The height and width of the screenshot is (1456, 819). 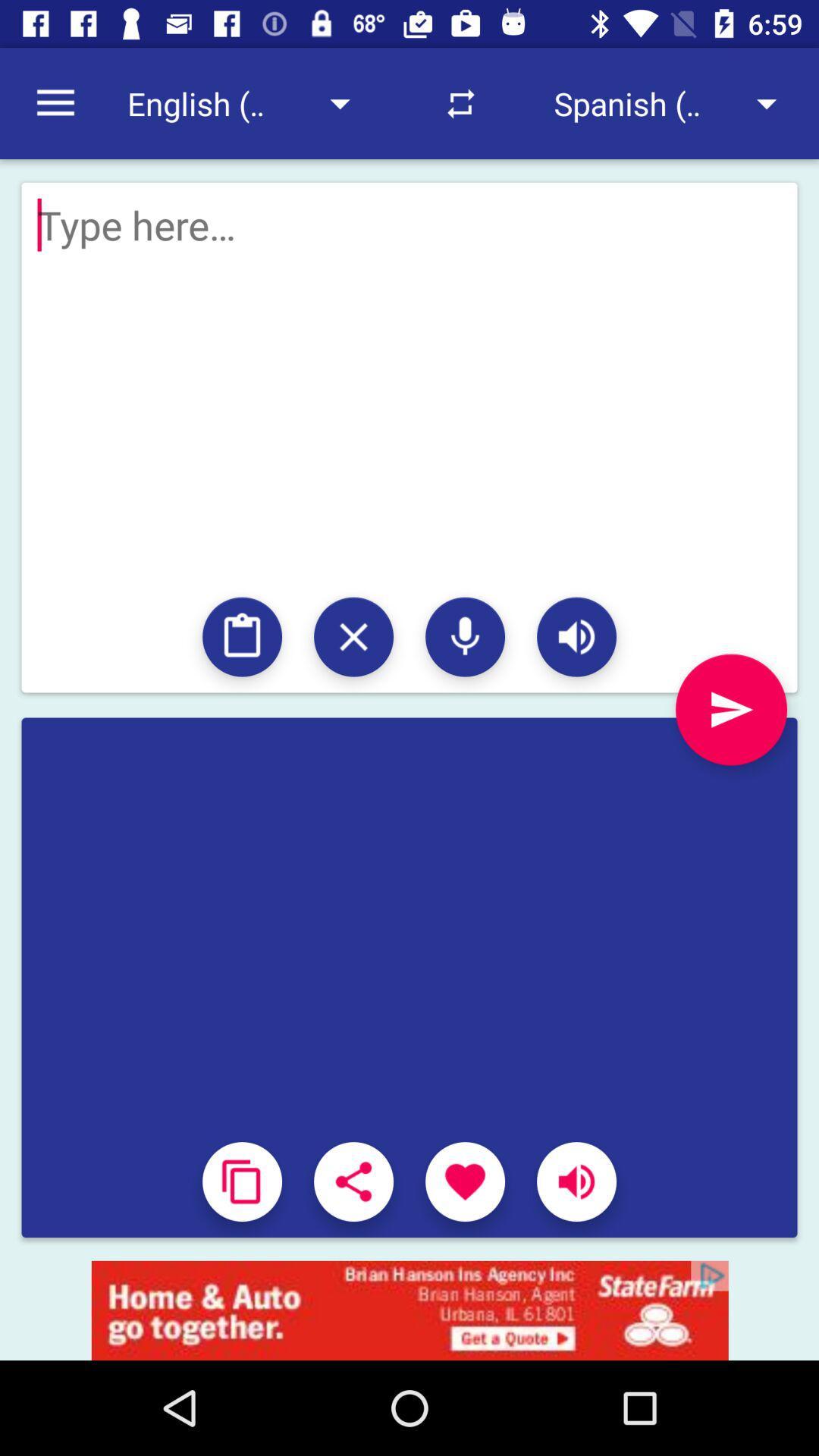 I want to click on previous, so click(x=730, y=709).